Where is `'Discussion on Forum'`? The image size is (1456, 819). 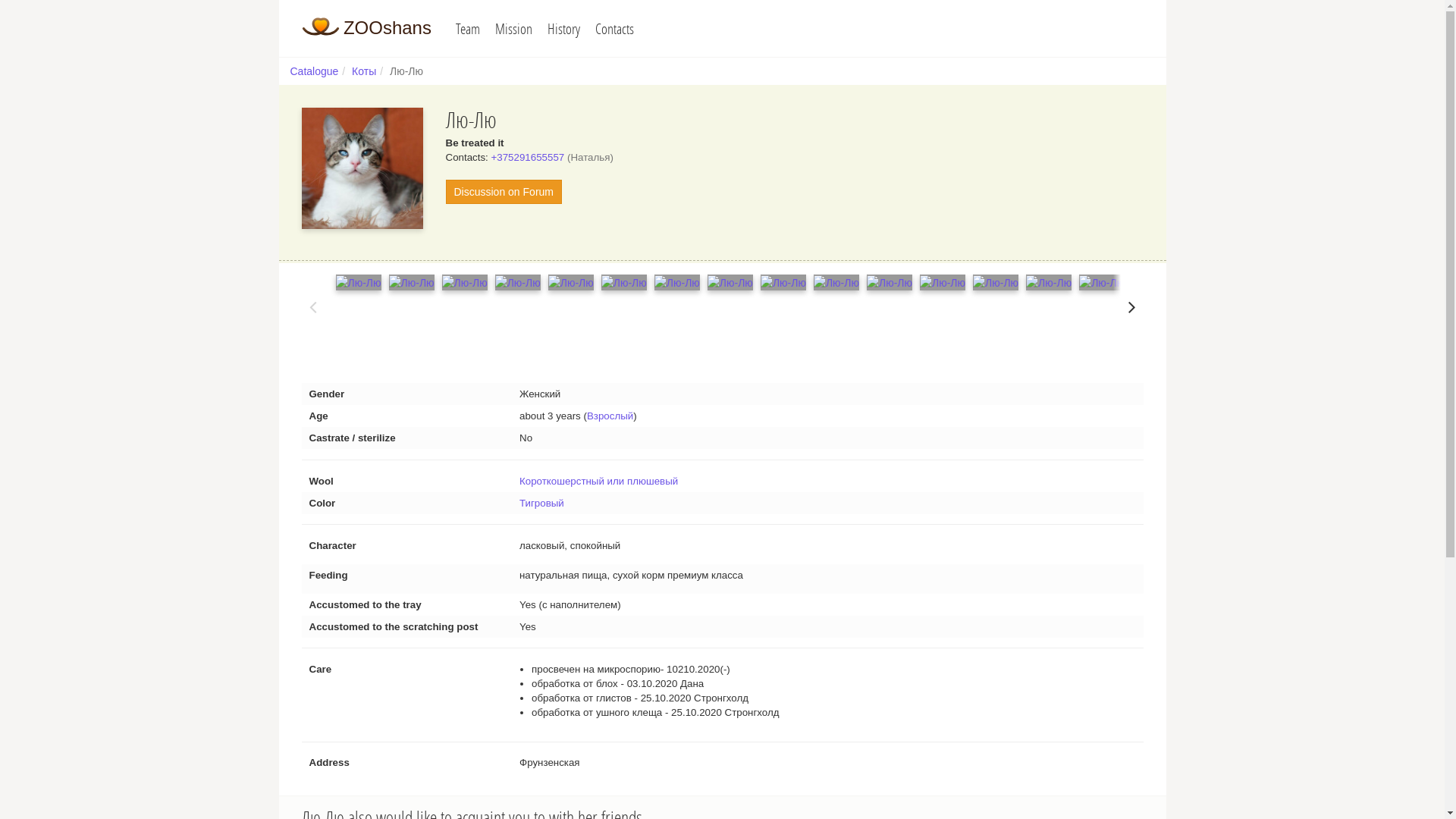 'Discussion on Forum' is located at coordinates (504, 191).